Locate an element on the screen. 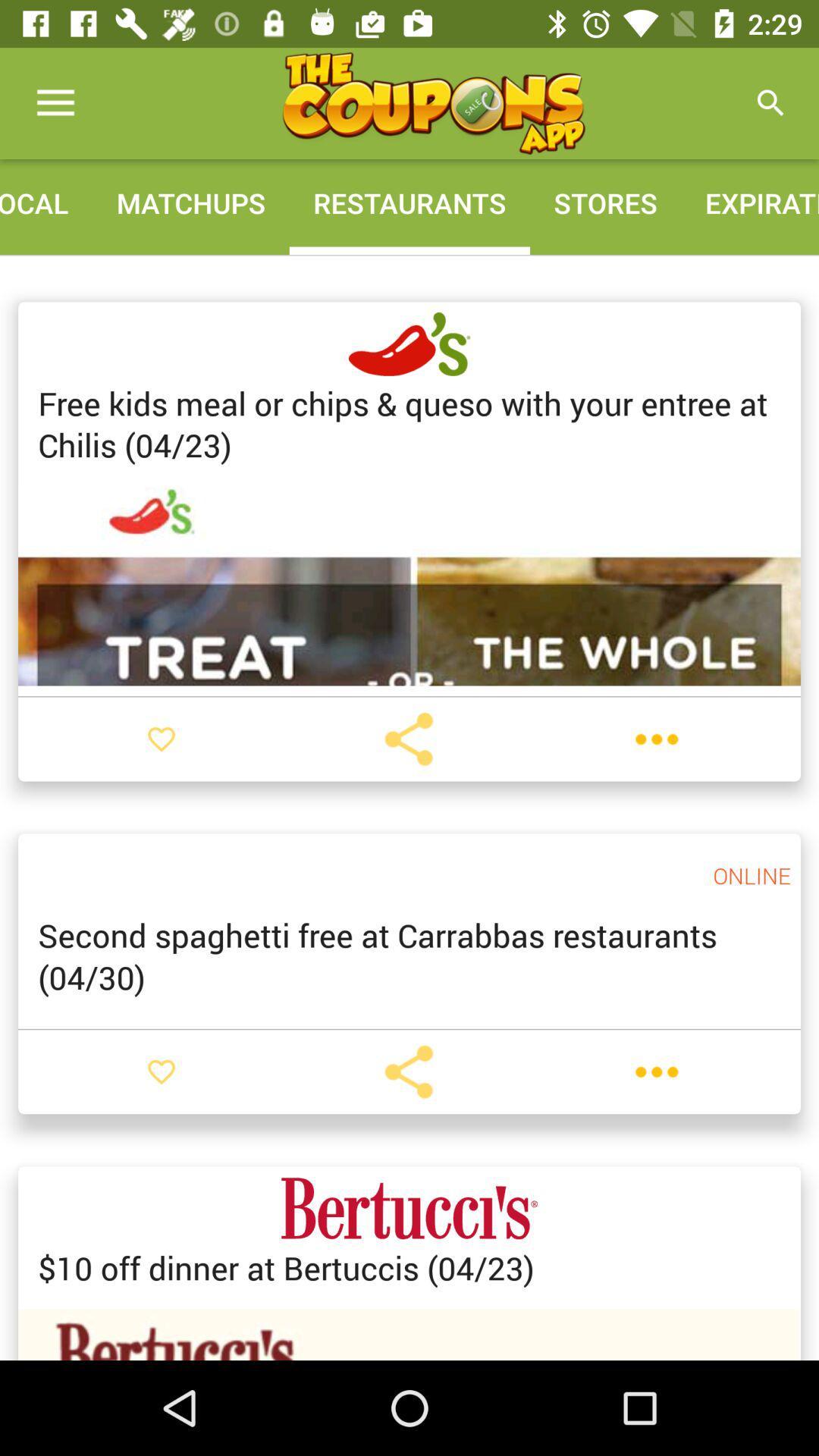 This screenshot has height=1456, width=819. like post is located at coordinates (161, 1071).